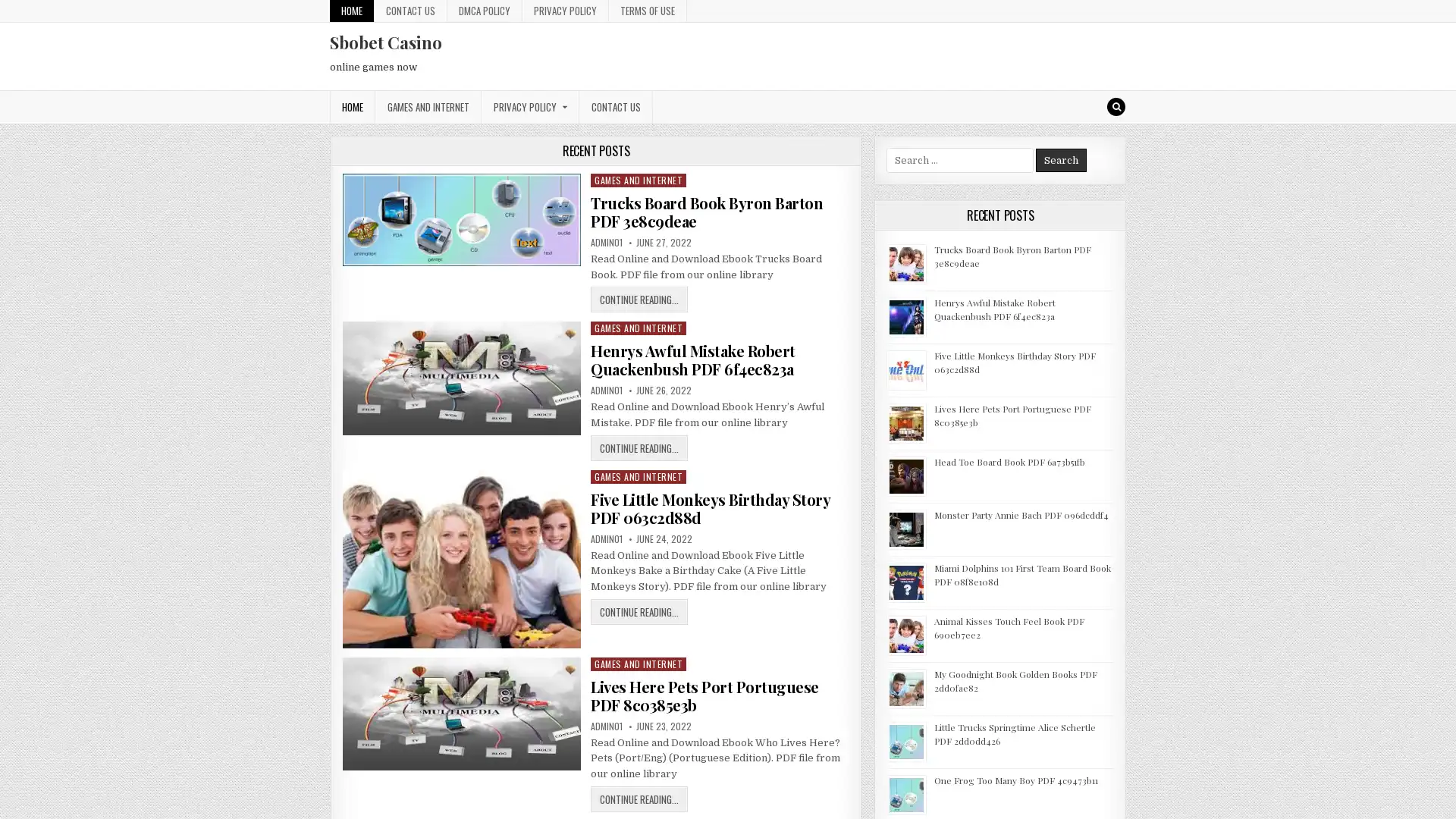 This screenshot has width=1456, height=819. I want to click on Search, so click(1060, 160).